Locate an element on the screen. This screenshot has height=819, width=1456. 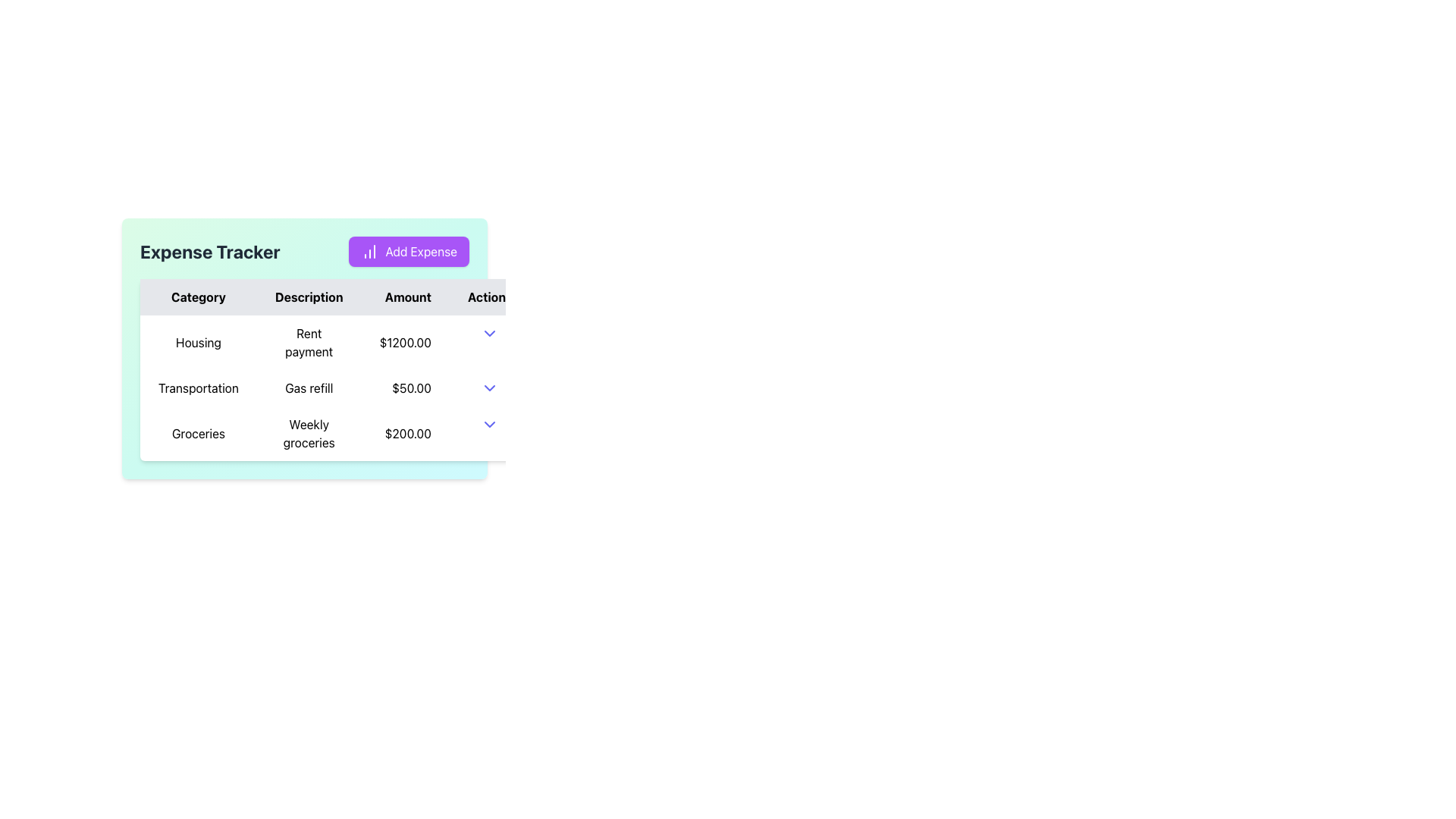
the 'Category' header text label in the table, which is located in the top-left corner of the header row, adjacent to the 'Description' header is located at coordinates (197, 297).